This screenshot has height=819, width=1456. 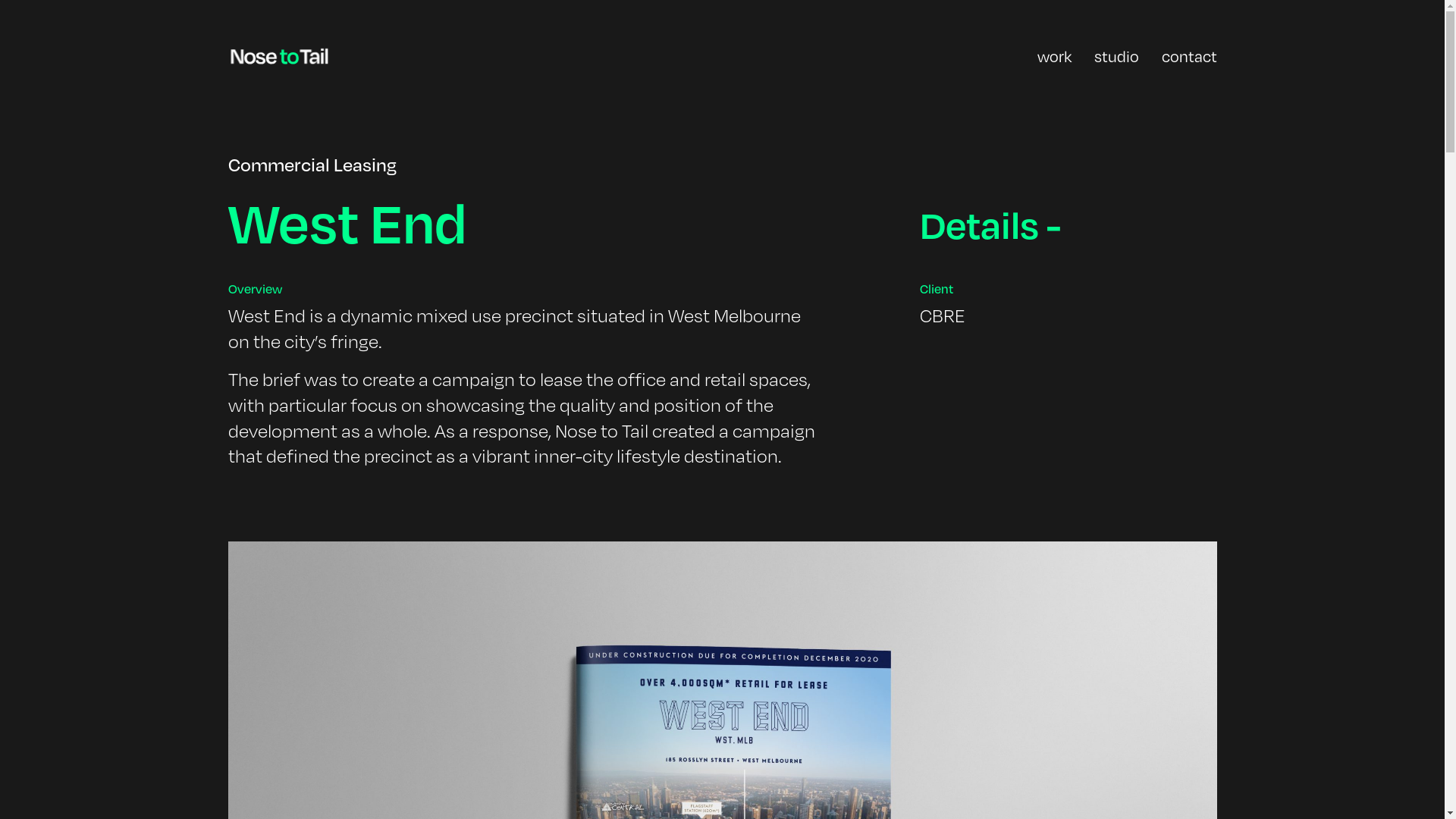 I want to click on 'studio', so click(x=1116, y=55).